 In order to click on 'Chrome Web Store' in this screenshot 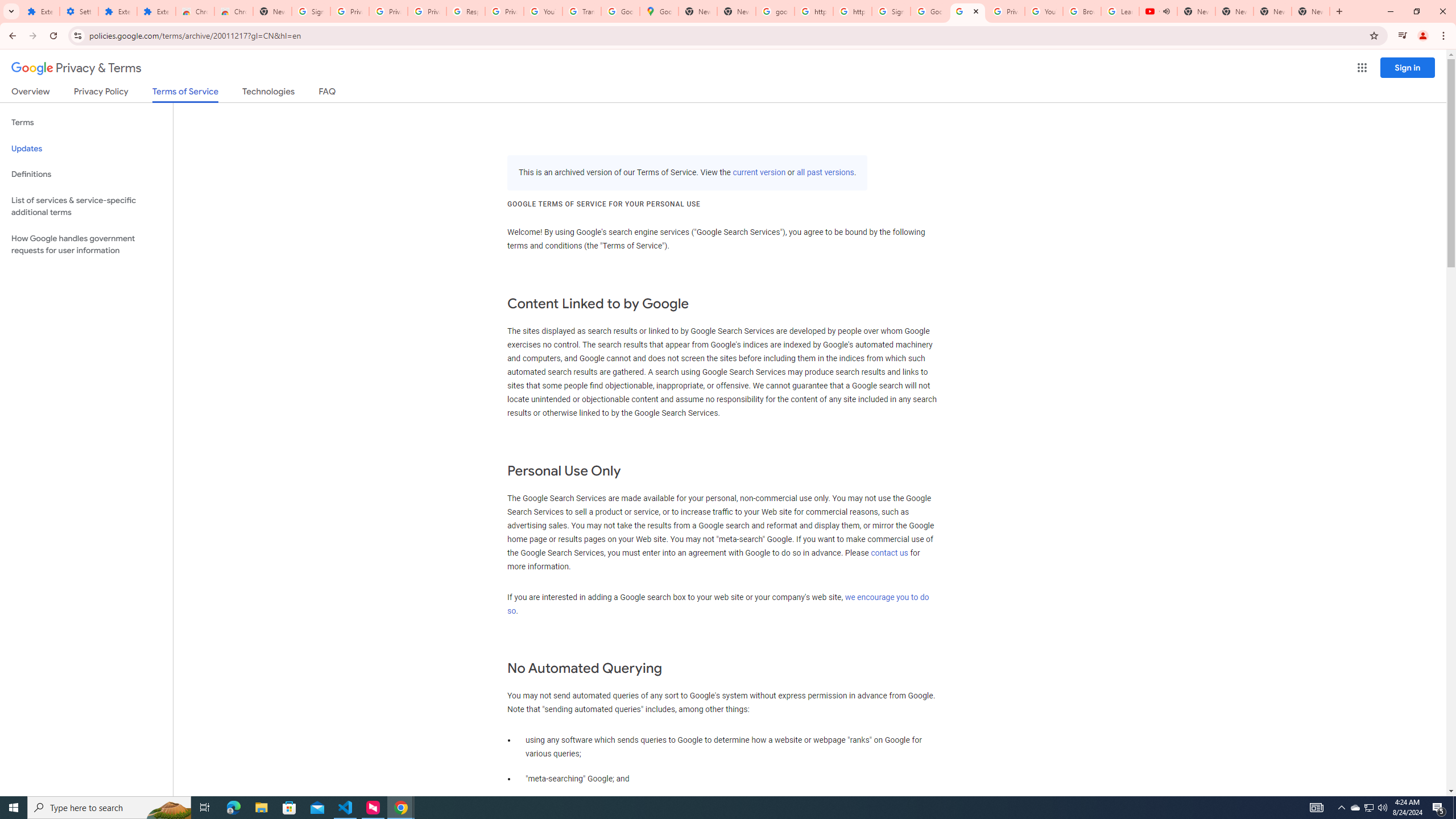, I will do `click(195, 11)`.